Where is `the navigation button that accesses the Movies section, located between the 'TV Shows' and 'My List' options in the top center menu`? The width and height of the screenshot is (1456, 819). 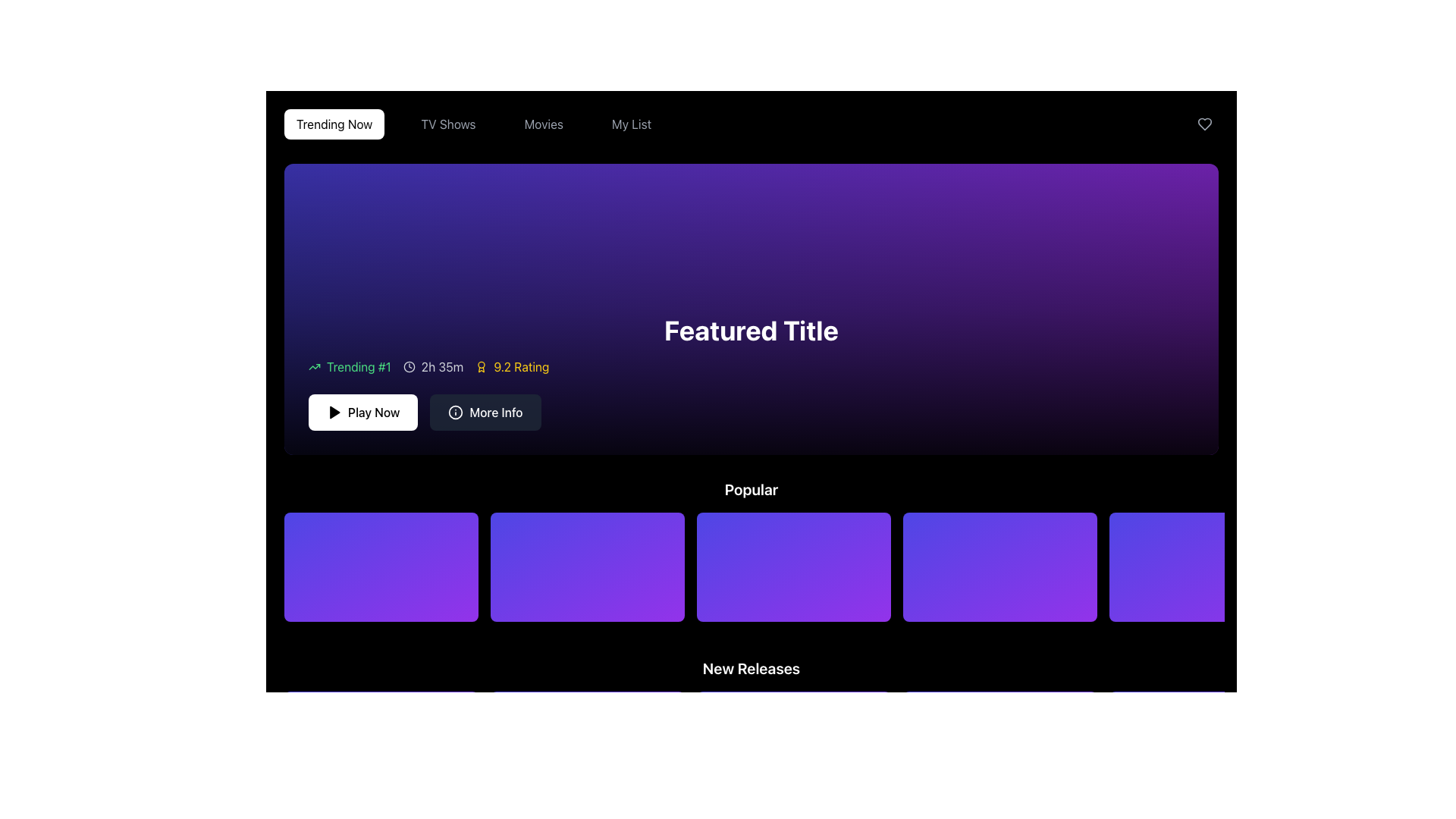 the navigation button that accesses the Movies section, located between the 'TV Shows' and 'My List' options in the top center menu is located at coordinates (544, 124).